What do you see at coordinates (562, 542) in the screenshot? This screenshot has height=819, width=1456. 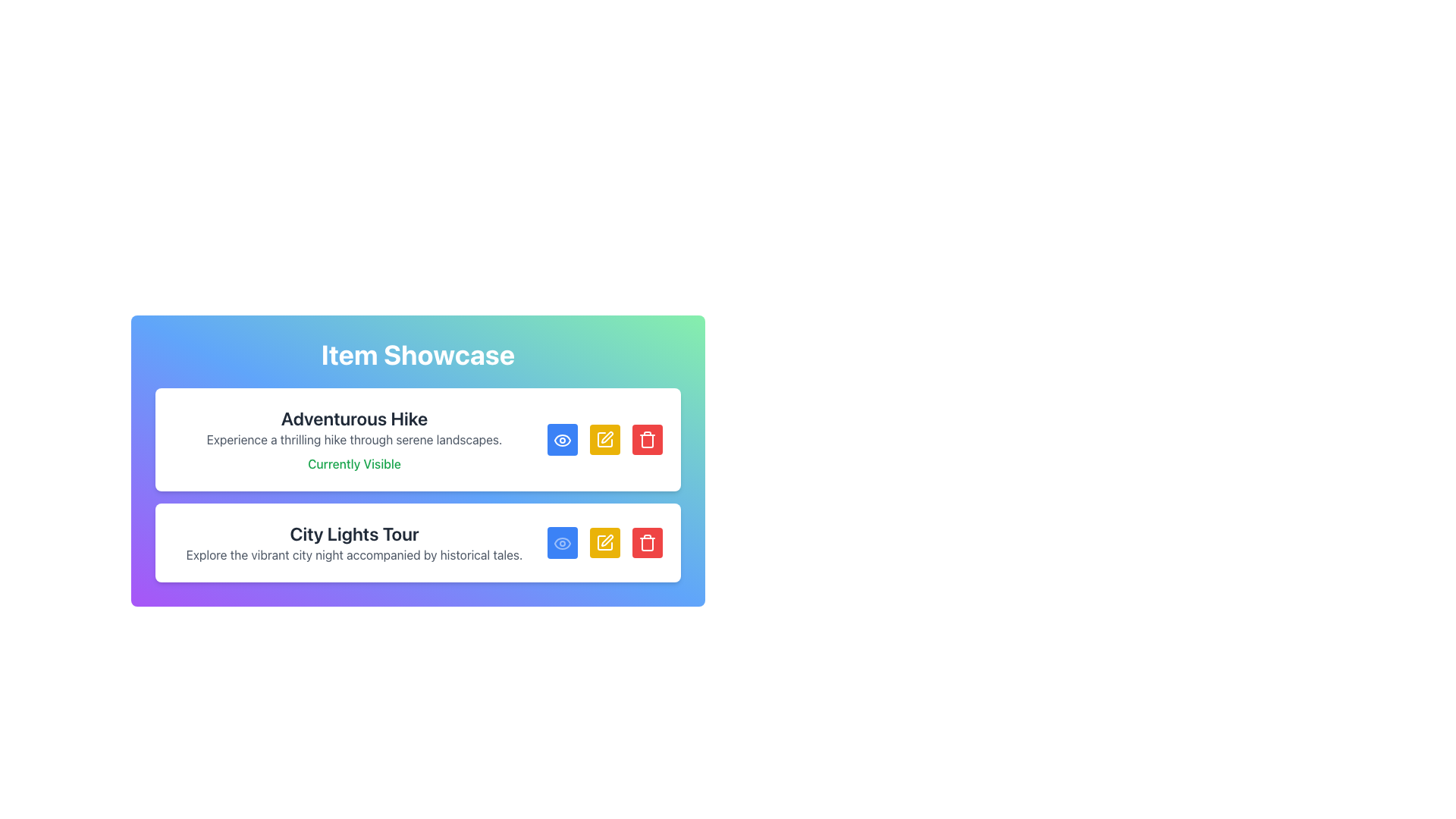 I see `the vibrant blue button with an eye symbol in the bottom right section of the 'City Lights Tour' card` at bounding box center [562, 542].